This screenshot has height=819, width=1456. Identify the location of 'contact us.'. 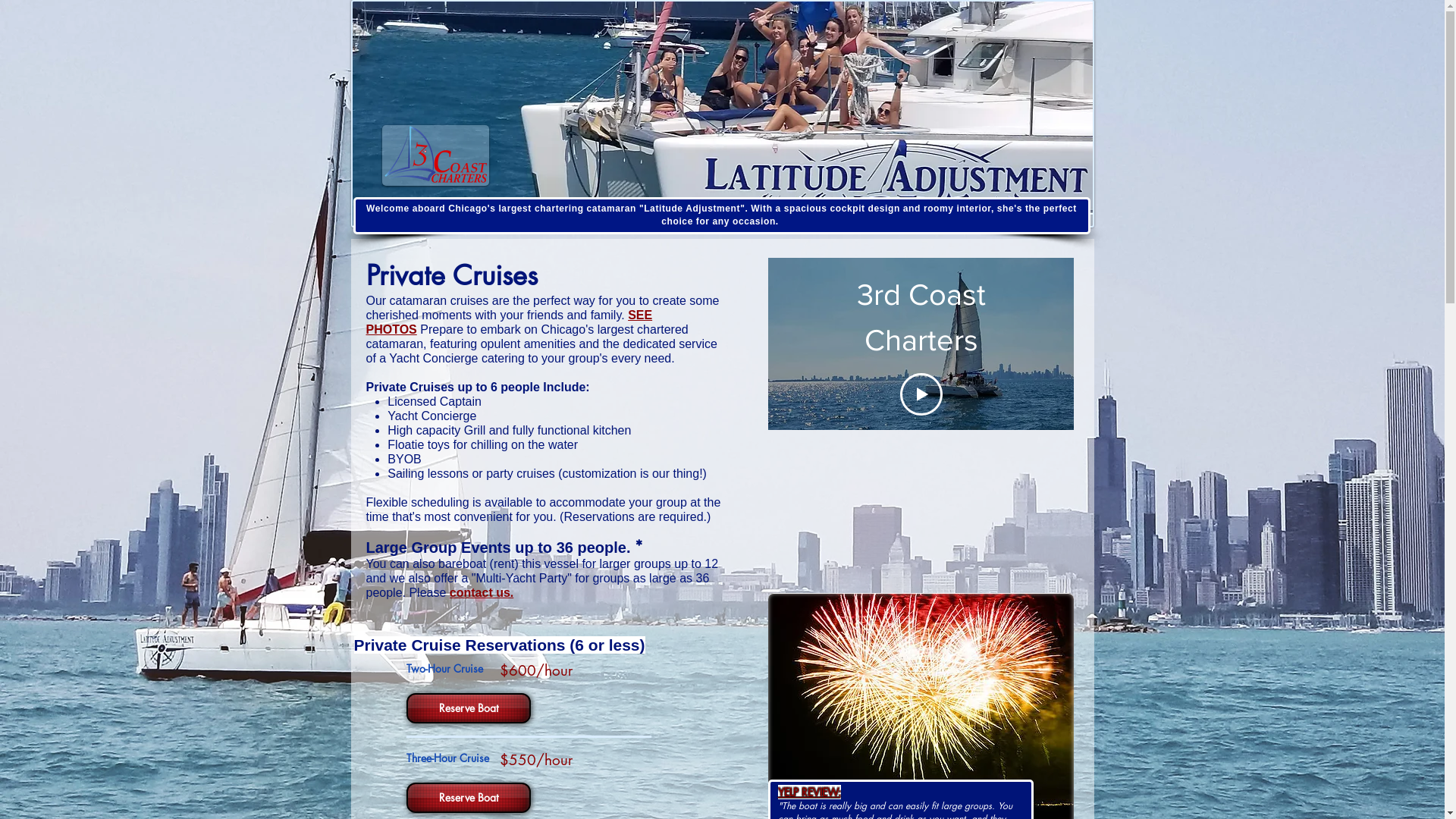
(449, 591).